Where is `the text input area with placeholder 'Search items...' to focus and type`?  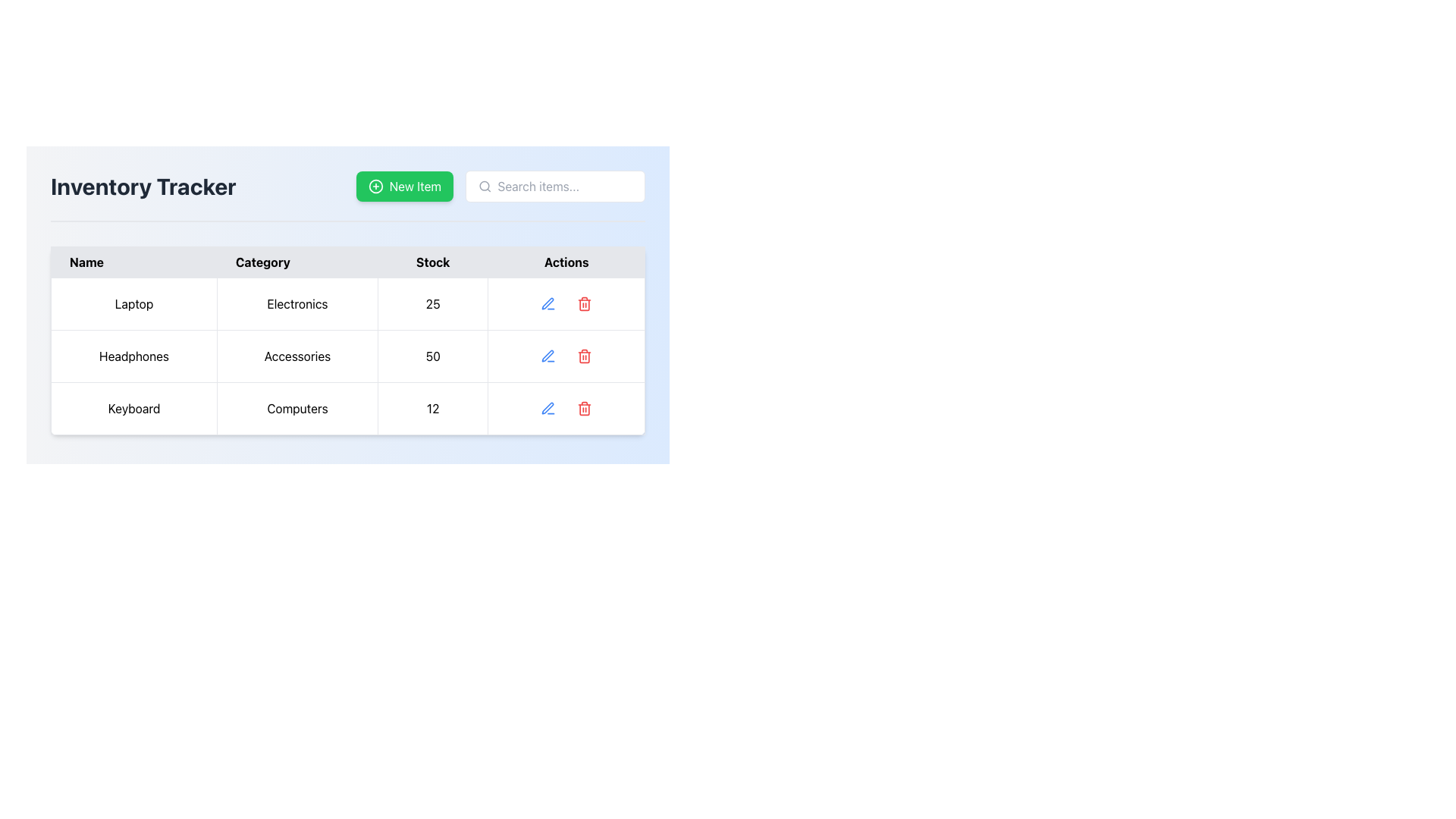
the text input area with placeholder 'Search items...' to focus and type is located at coordinates (554, 186).